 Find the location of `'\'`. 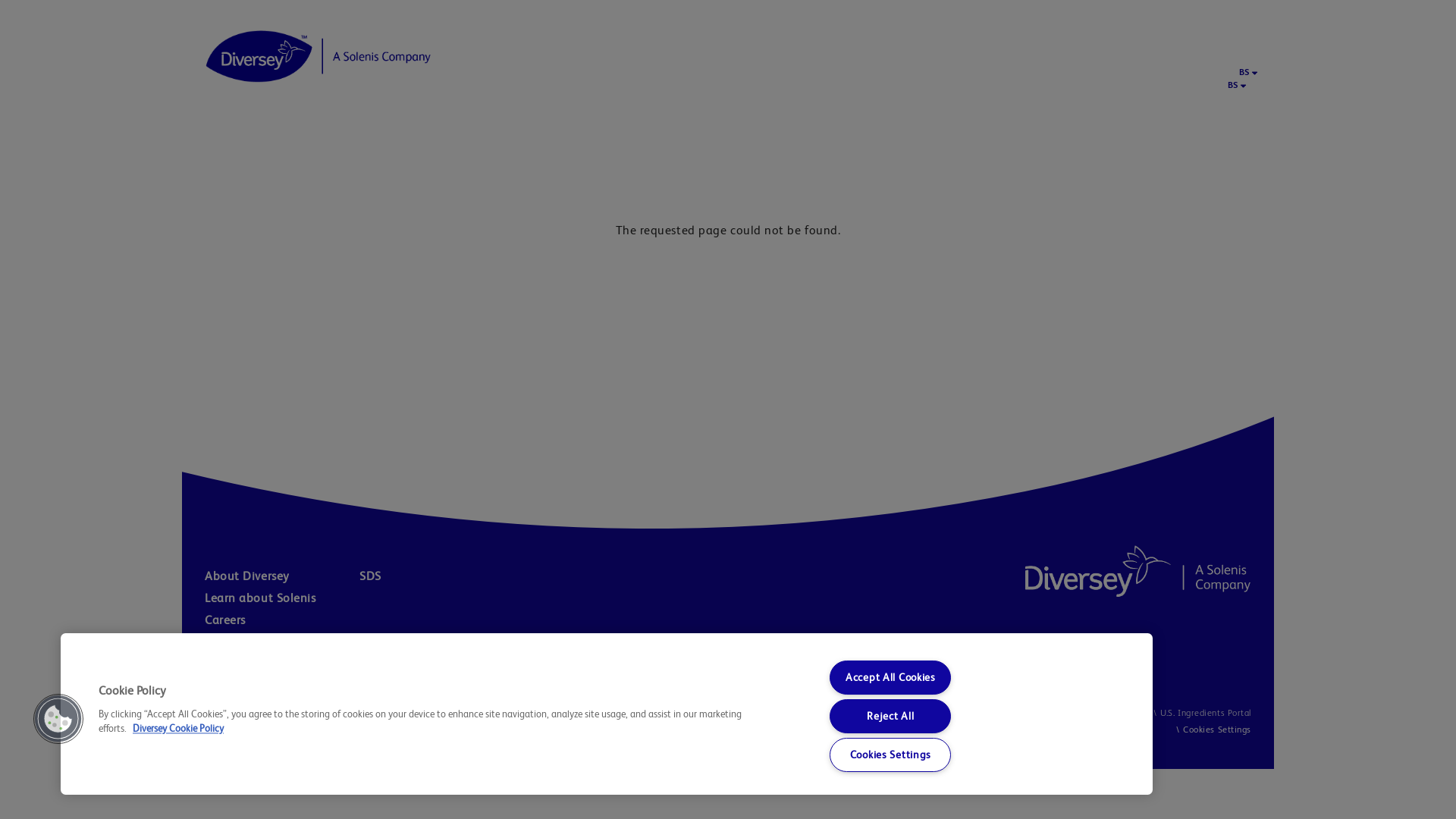

'\' is located at coordinates (1177, 728).